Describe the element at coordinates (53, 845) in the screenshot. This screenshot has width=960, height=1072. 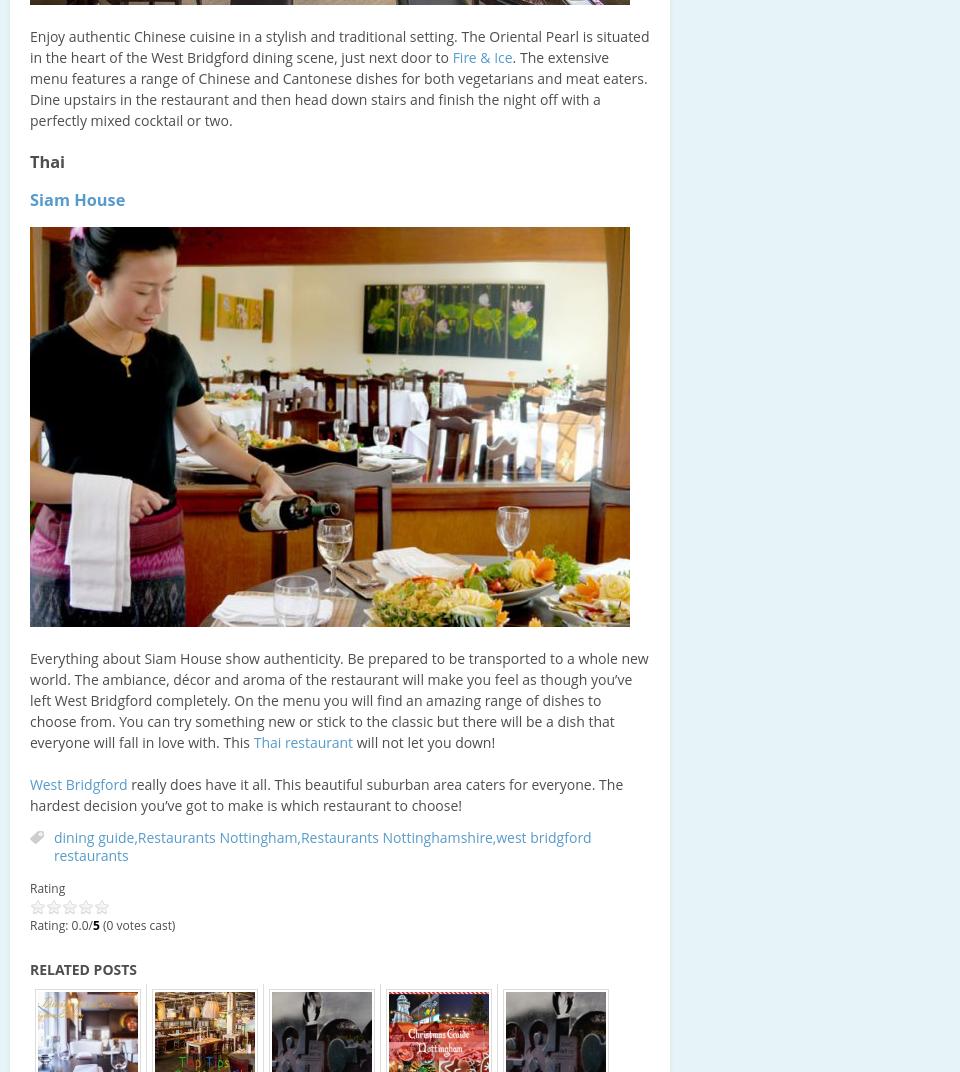
I see `'west bridgford restaurants'` at that location.